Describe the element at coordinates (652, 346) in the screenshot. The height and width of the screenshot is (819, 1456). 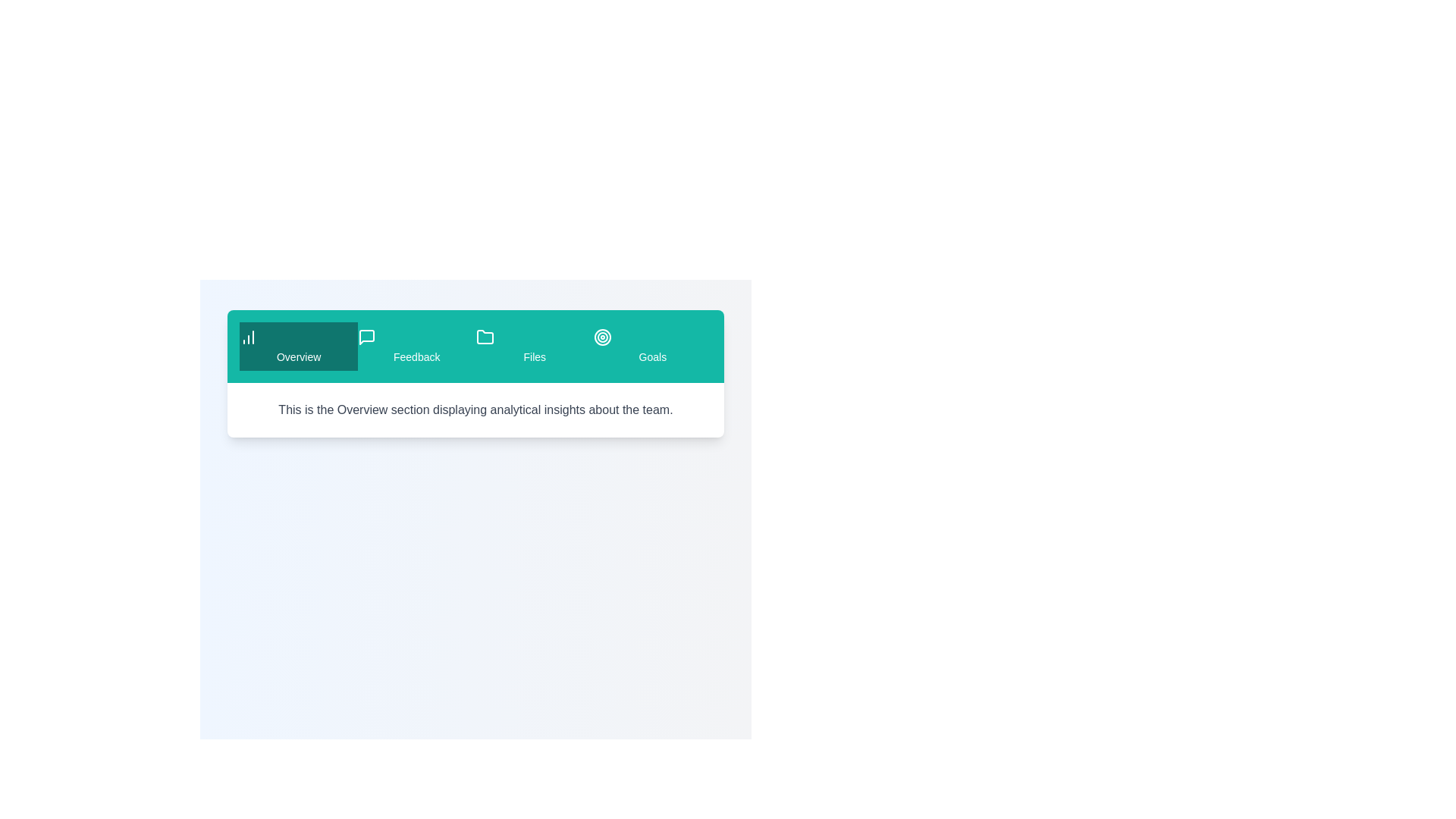
I see `the tab labeled Goals to observe the visual feedback` at that location.